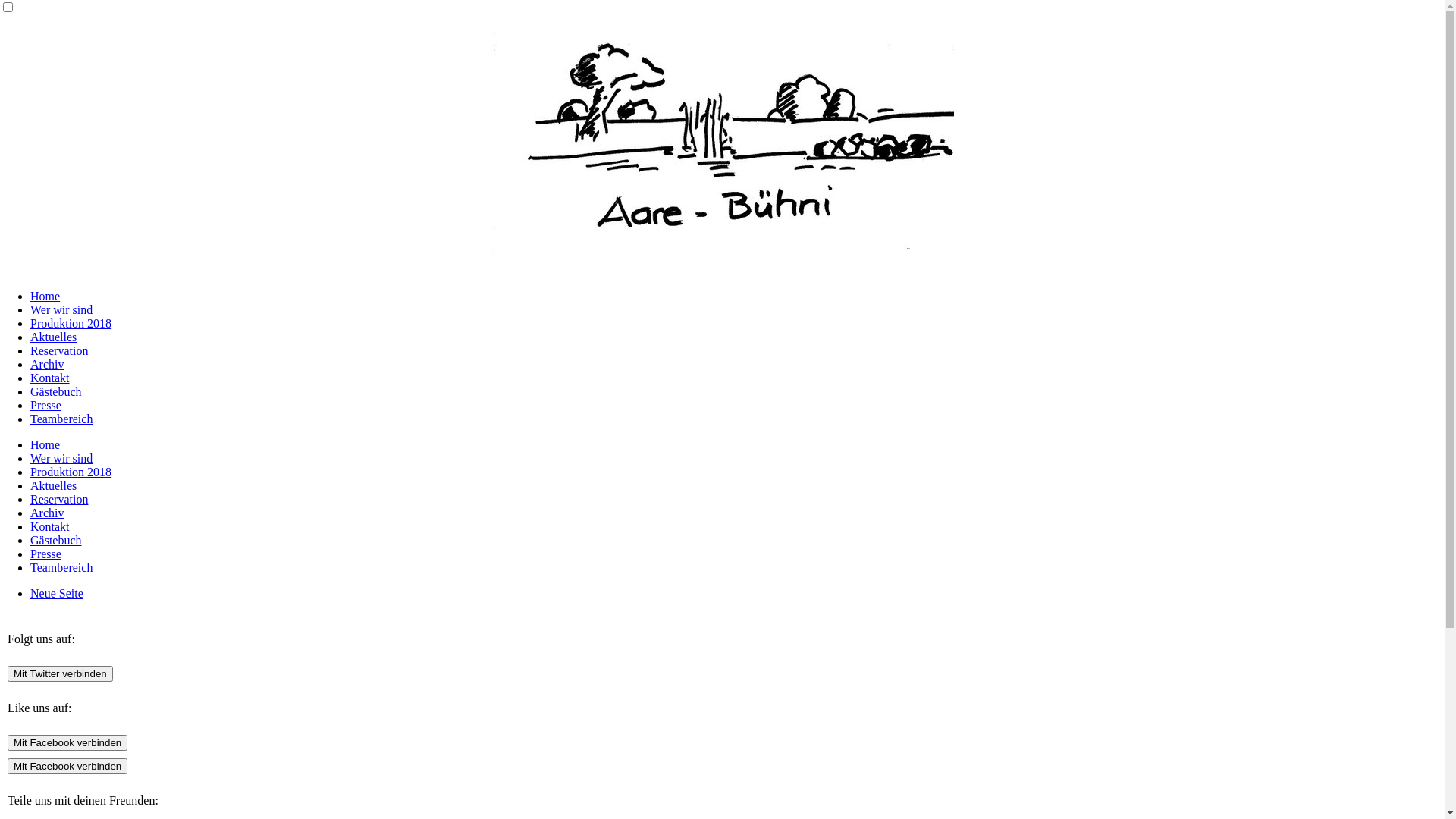 The image size is (1456, 819). Describe the element at coordinates (61, 567) in the screenshot. I see `'Teambereich'` at that location.